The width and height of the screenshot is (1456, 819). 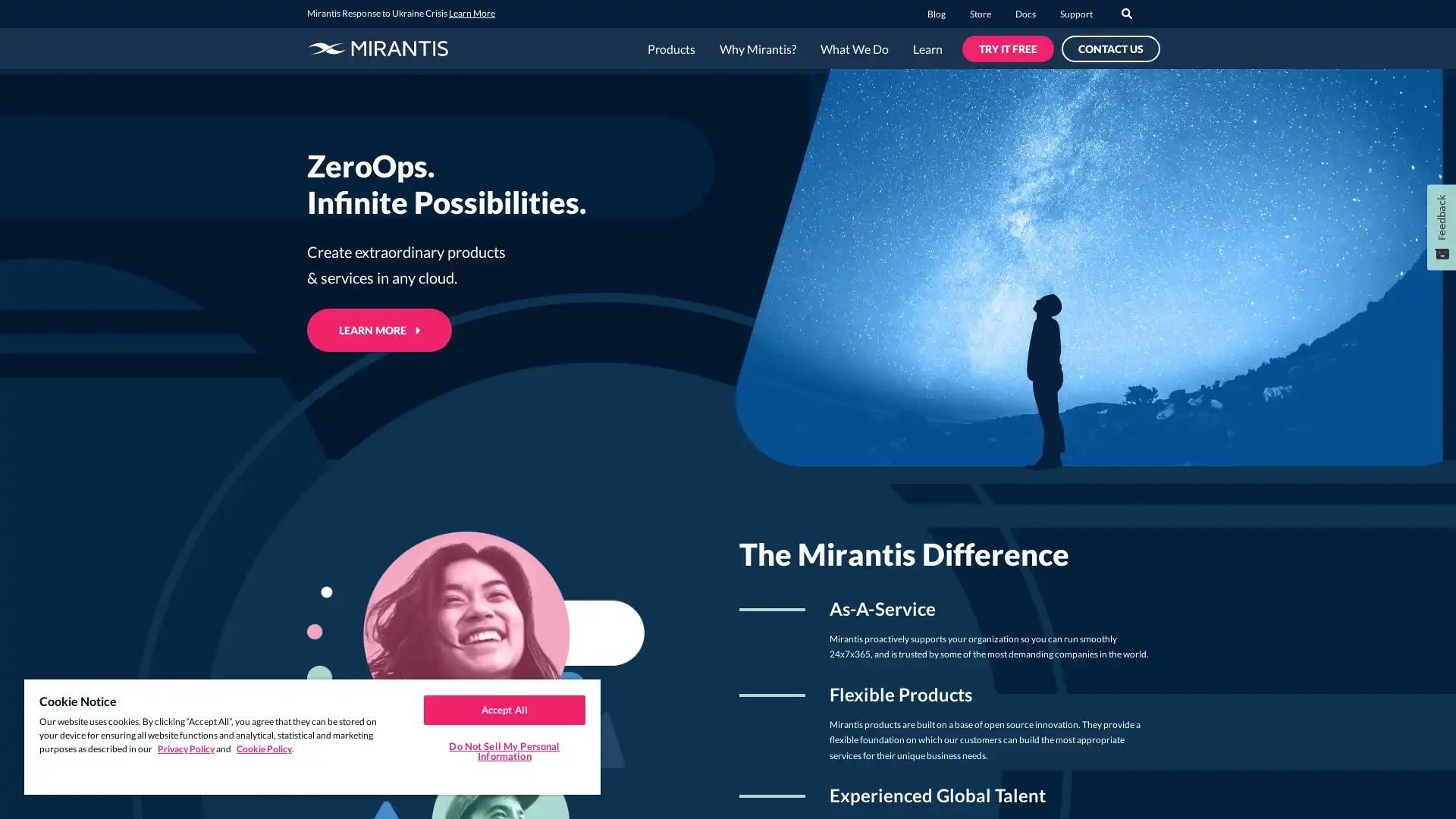 What do you see at coordinates (758, 49) in the screenshot?
I see `Why Mirantis?` at bounding box center [758, 49].